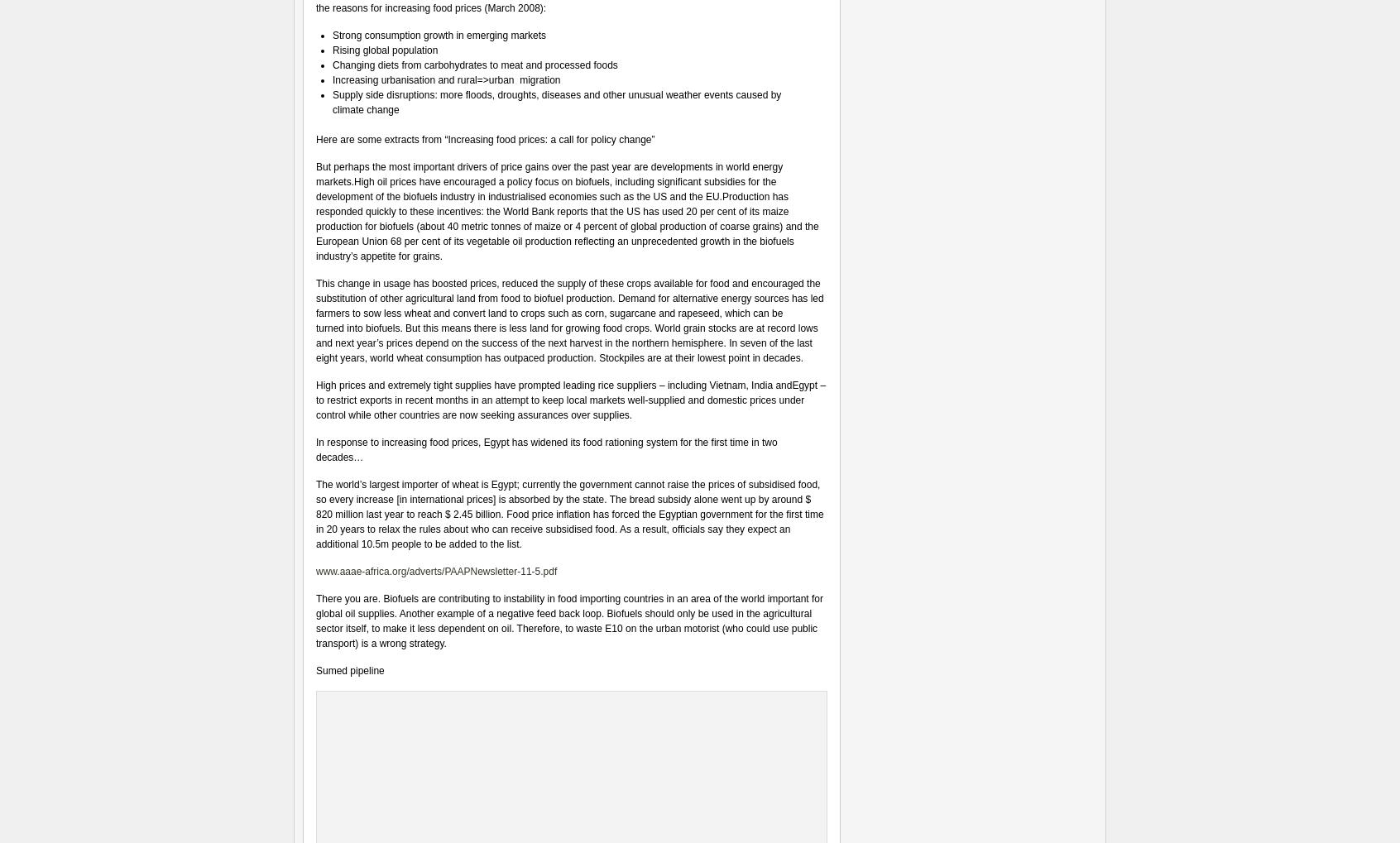 The width and height of the screenshot is (1400, 843). Describe the element at coordinates (439, 35) in the screenshot. I see `'Strong consumption growth in emerging markets'` at that location.